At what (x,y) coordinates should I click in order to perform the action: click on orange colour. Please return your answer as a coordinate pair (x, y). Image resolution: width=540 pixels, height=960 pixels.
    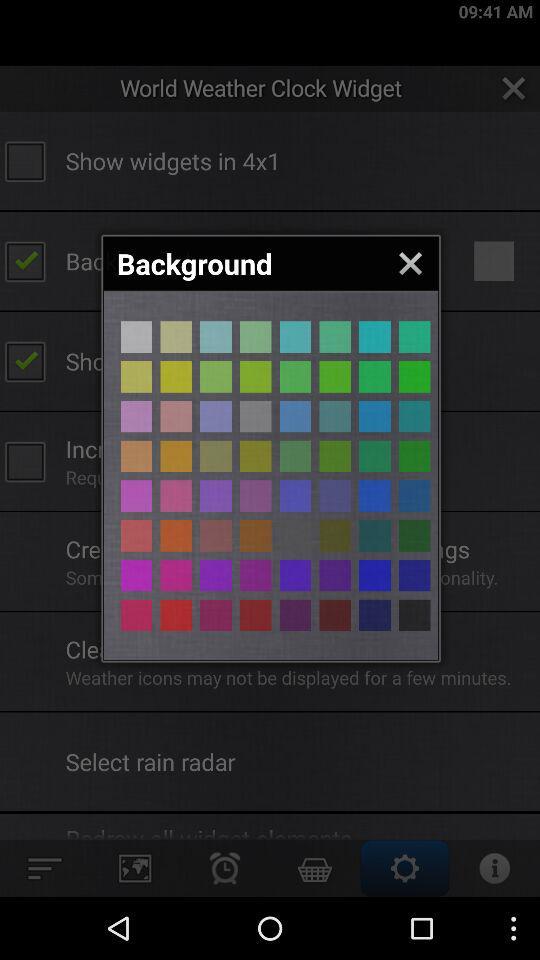
    Looking at the image, I should click on (176, 614).